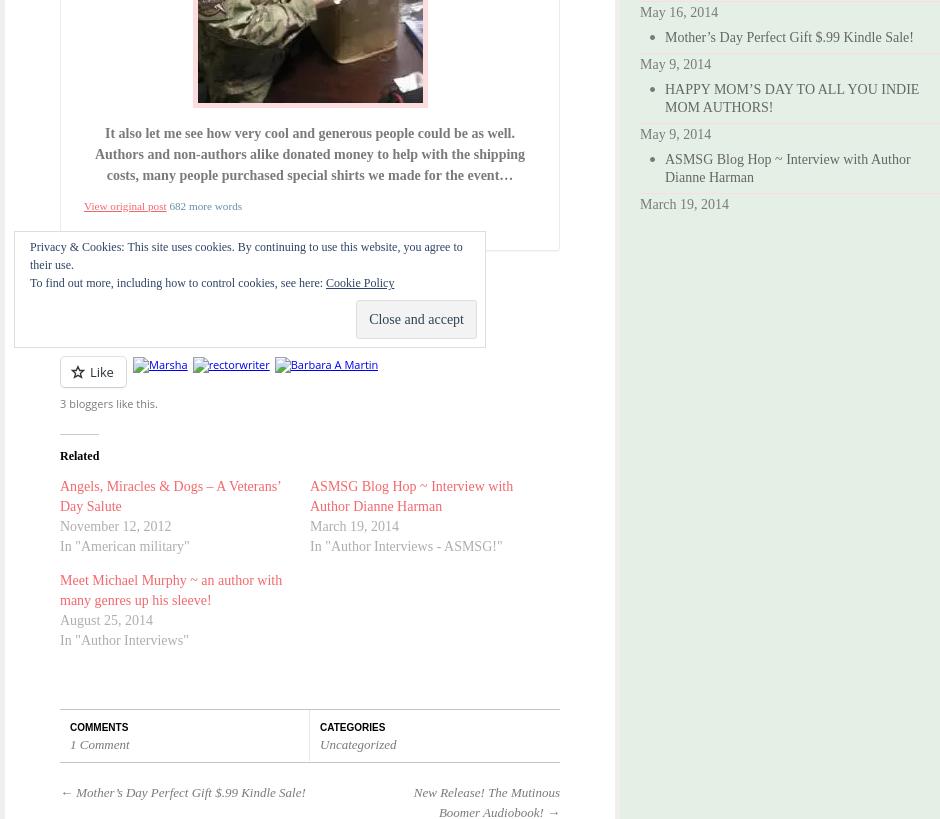 This screenshot has height=819, width=940. What do you see at coordinates (87, 290) in the screenshot?
I see `'Share this:'` at bounding box center [87, 290].